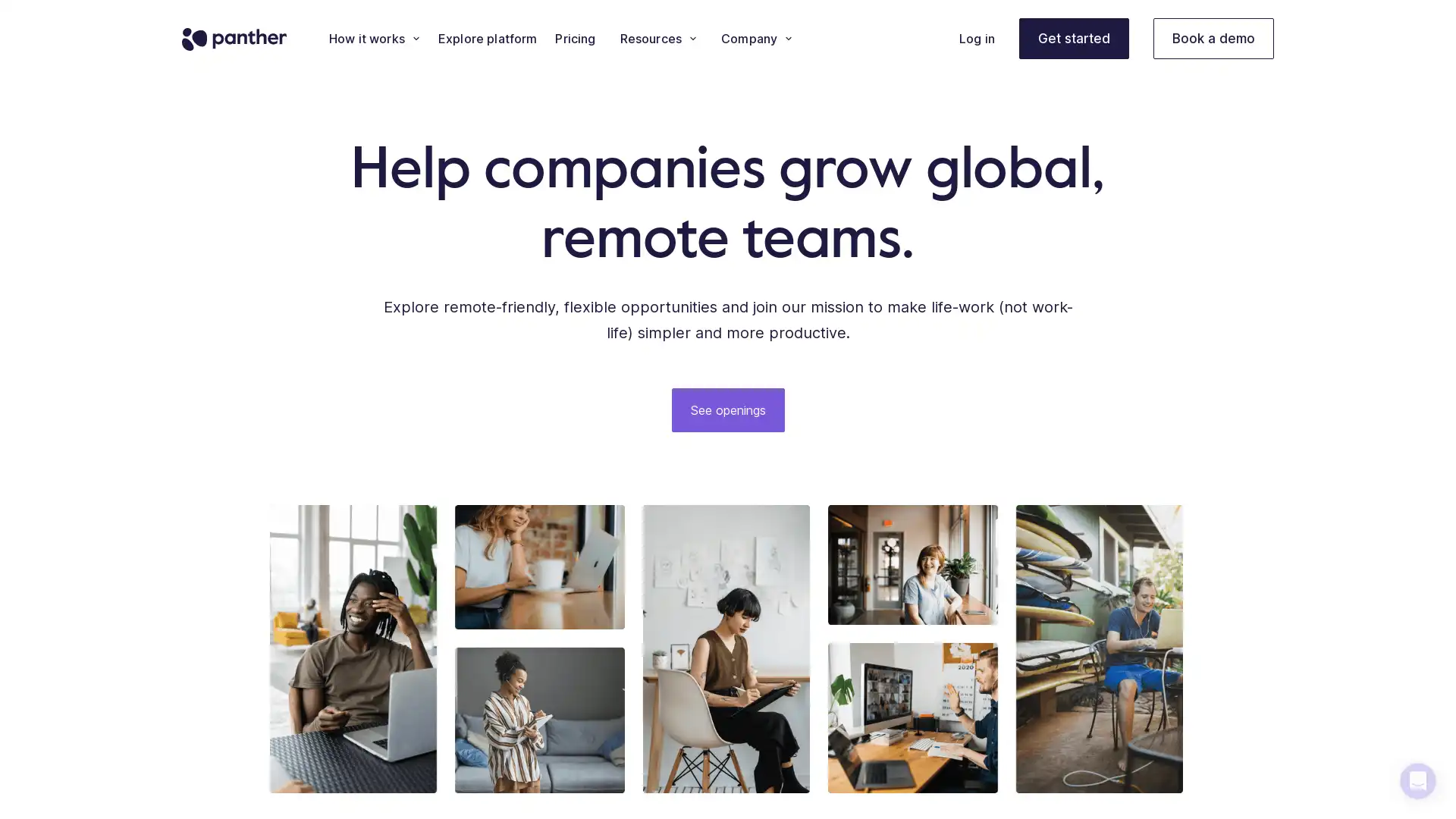  I want to click on Open Intercom Messenger, so click(1417, 780).